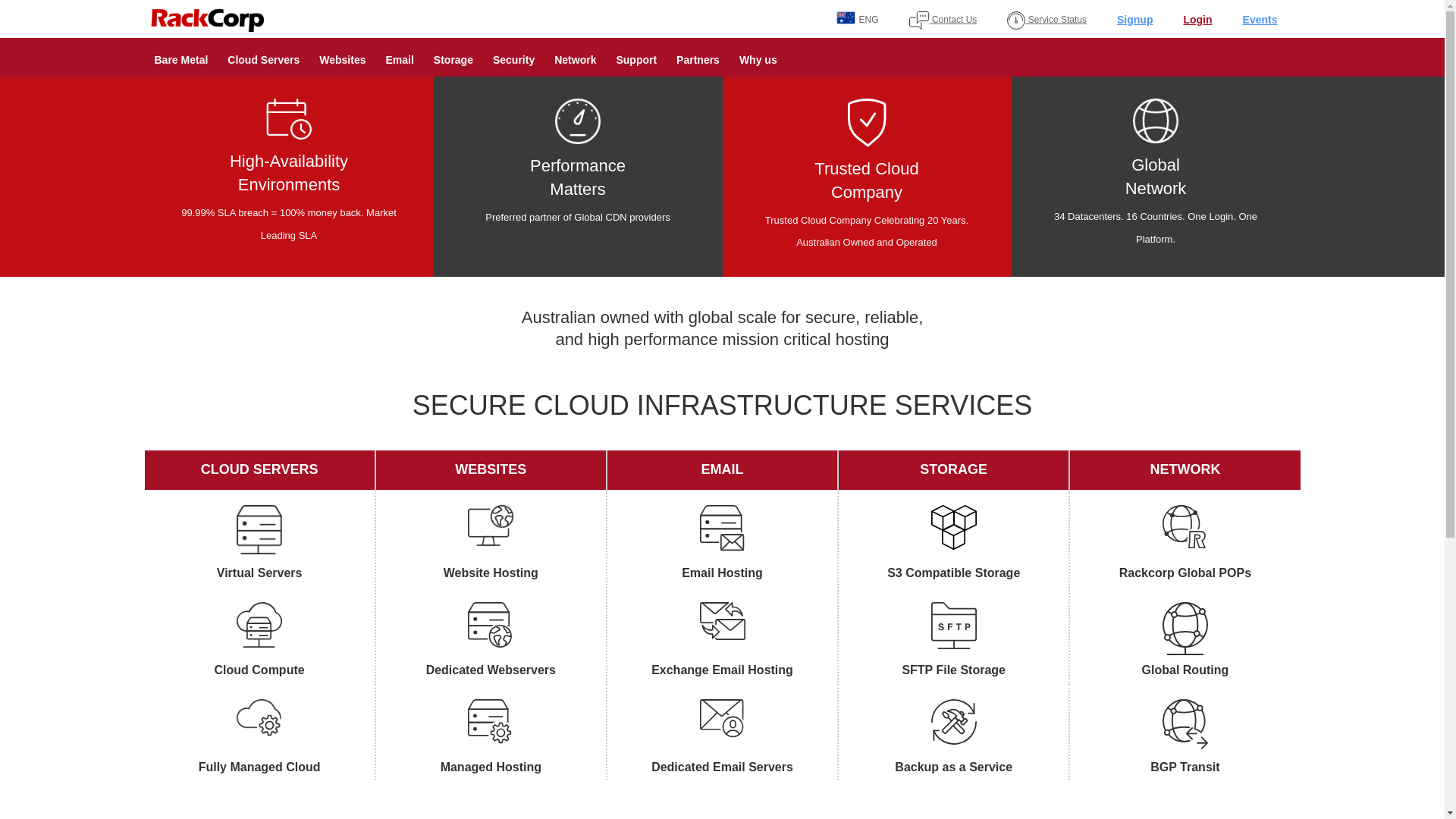 The width and height of the screenshot is (1456, 819). I want to click on 'Contact Us', so click(942, 20).